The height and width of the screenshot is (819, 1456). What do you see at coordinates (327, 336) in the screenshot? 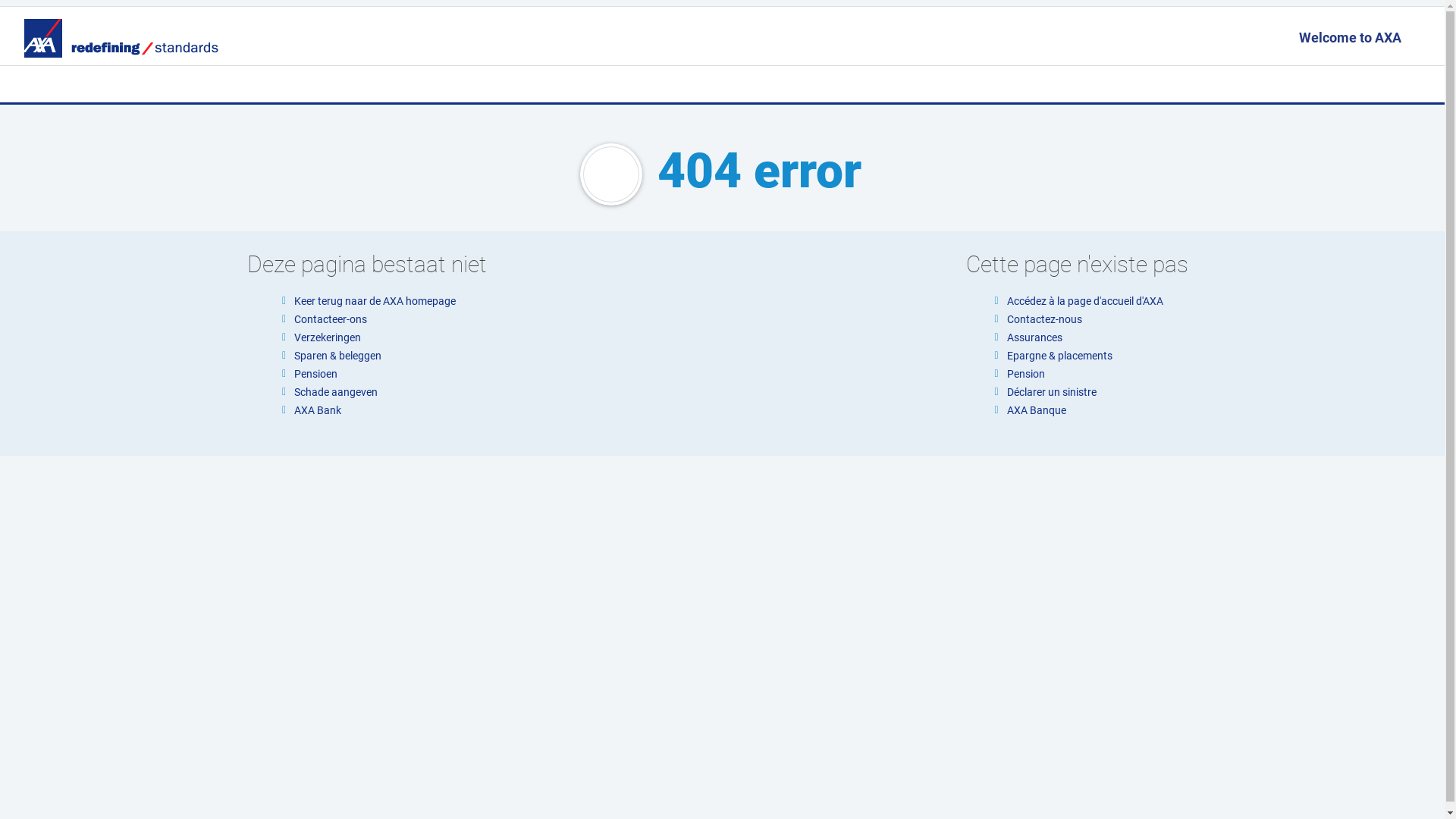
I see `'Verzekeringen'` at bounding box center [327, 336].